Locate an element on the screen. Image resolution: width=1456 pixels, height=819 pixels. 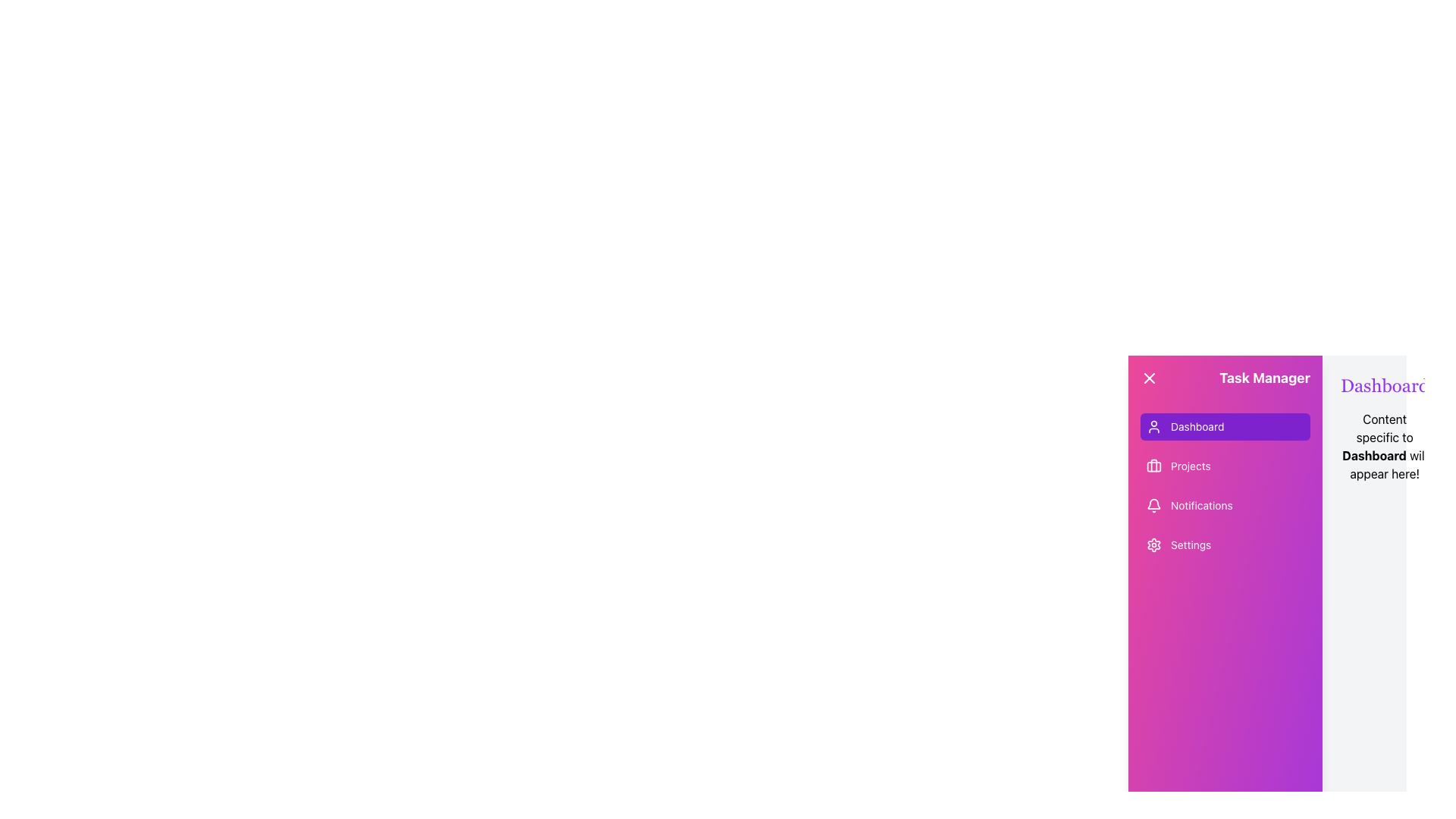
the 'Notifications' button in the vertical navigation menu is located at coordinates (1225, 506).